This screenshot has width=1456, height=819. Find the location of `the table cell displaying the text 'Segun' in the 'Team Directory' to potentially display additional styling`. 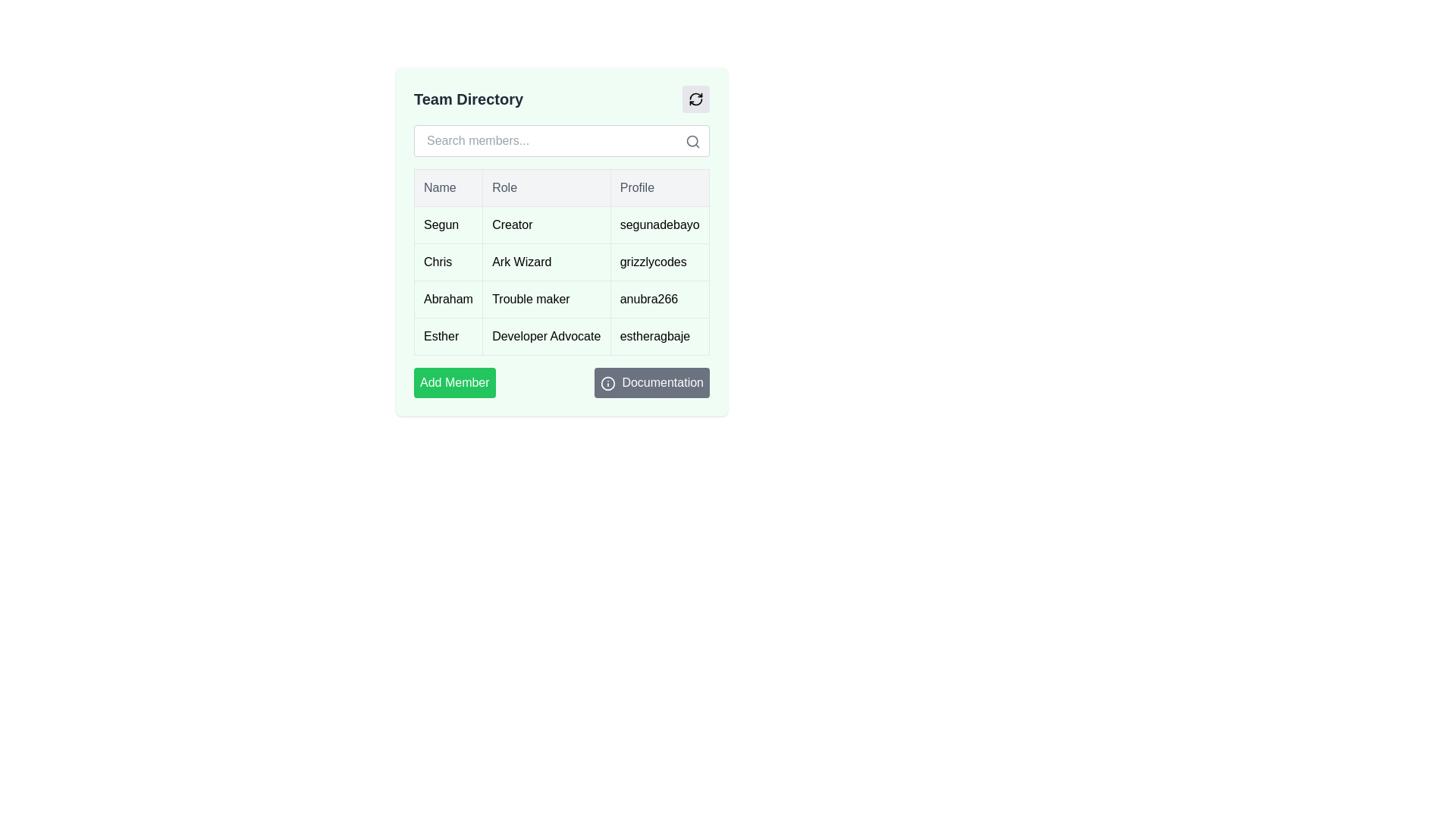

the table cell displaying the text 'Segun' in the 'Team Directory' to potentially display additional styling is located at coordinates (447, 225).